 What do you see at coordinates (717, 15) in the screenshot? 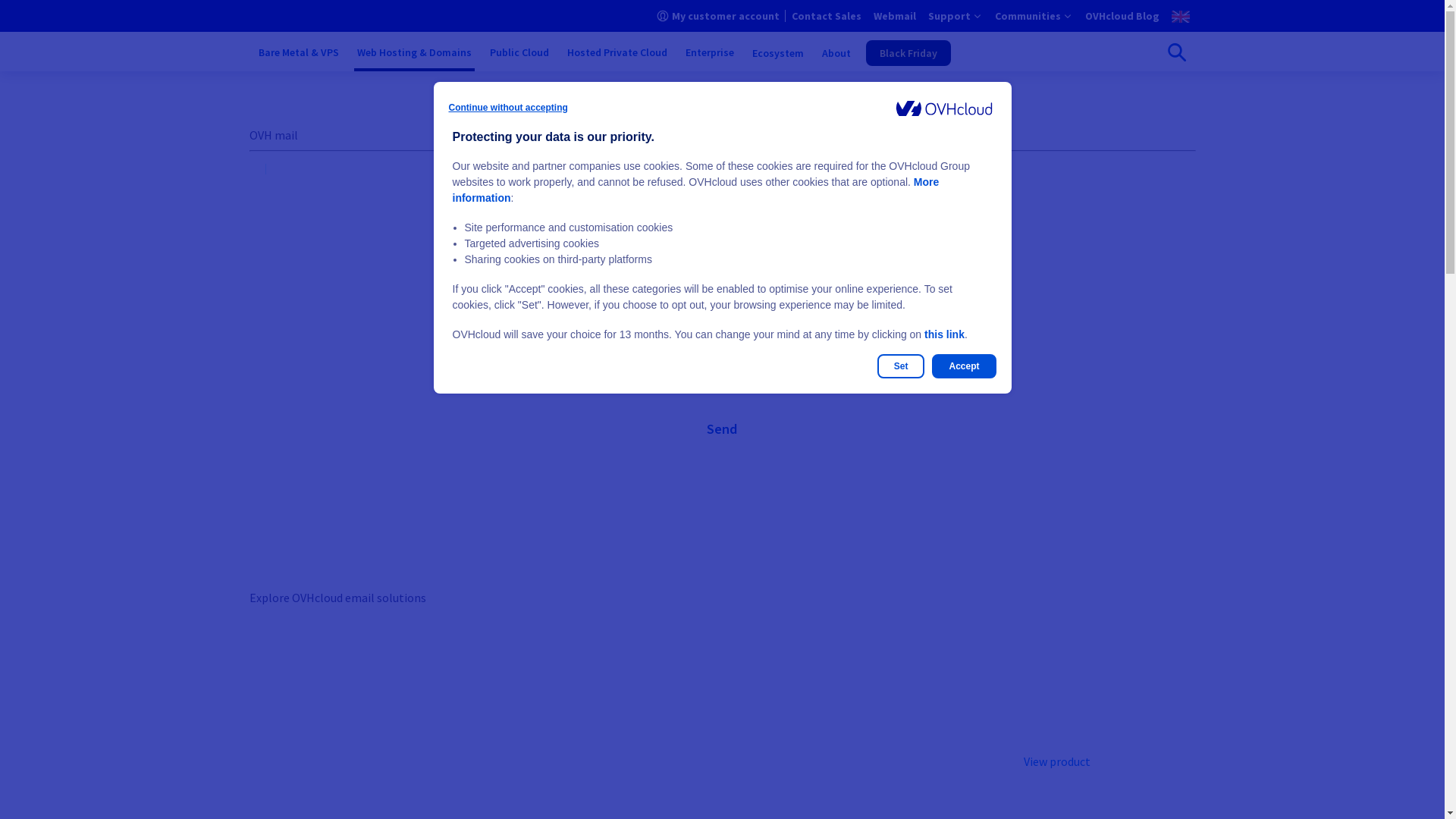
I see `'My customer account'` at bounding box center [717, 15].